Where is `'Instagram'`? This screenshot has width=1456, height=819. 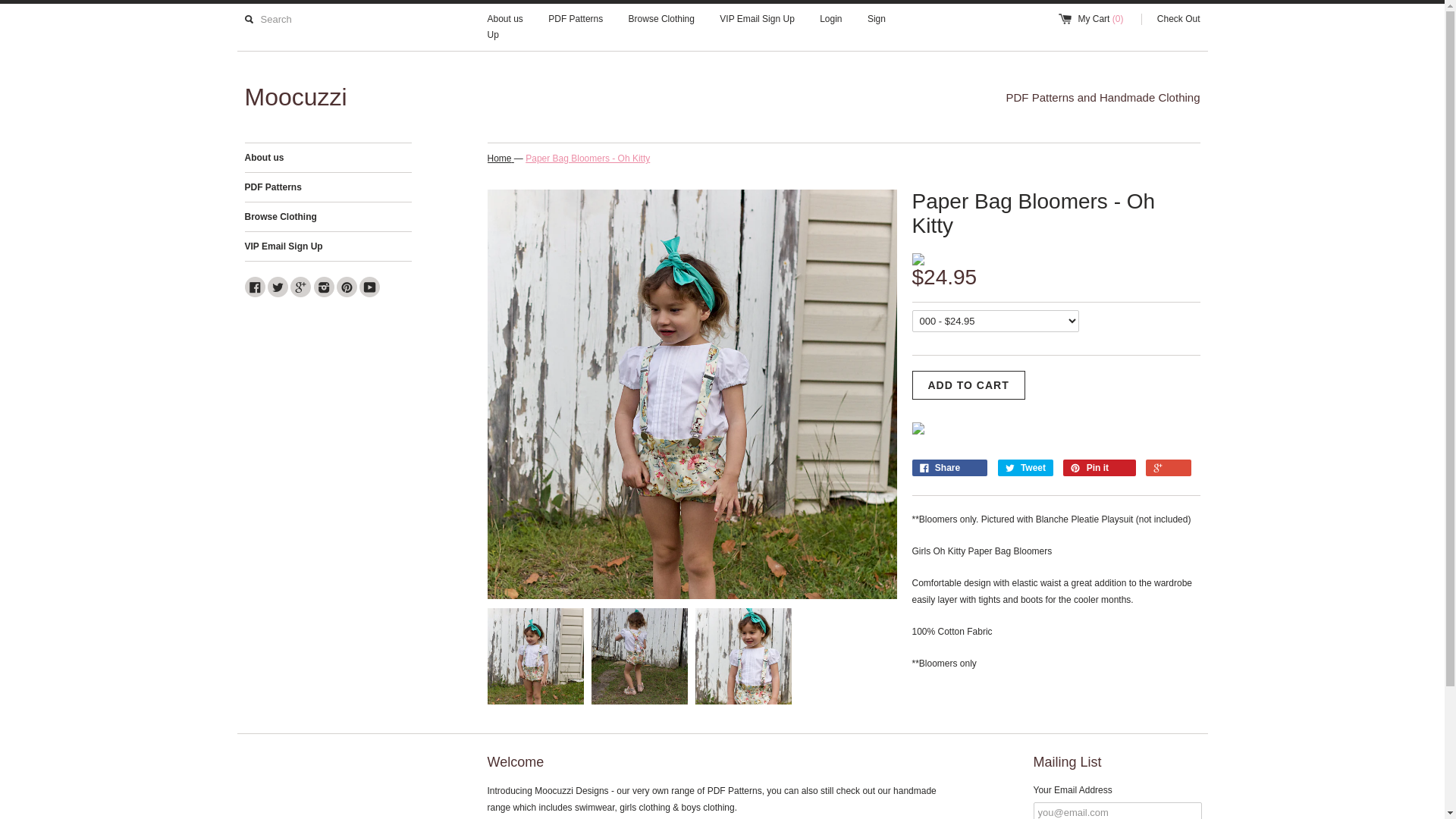 'Instagram' is located at coordinates (323, 287).